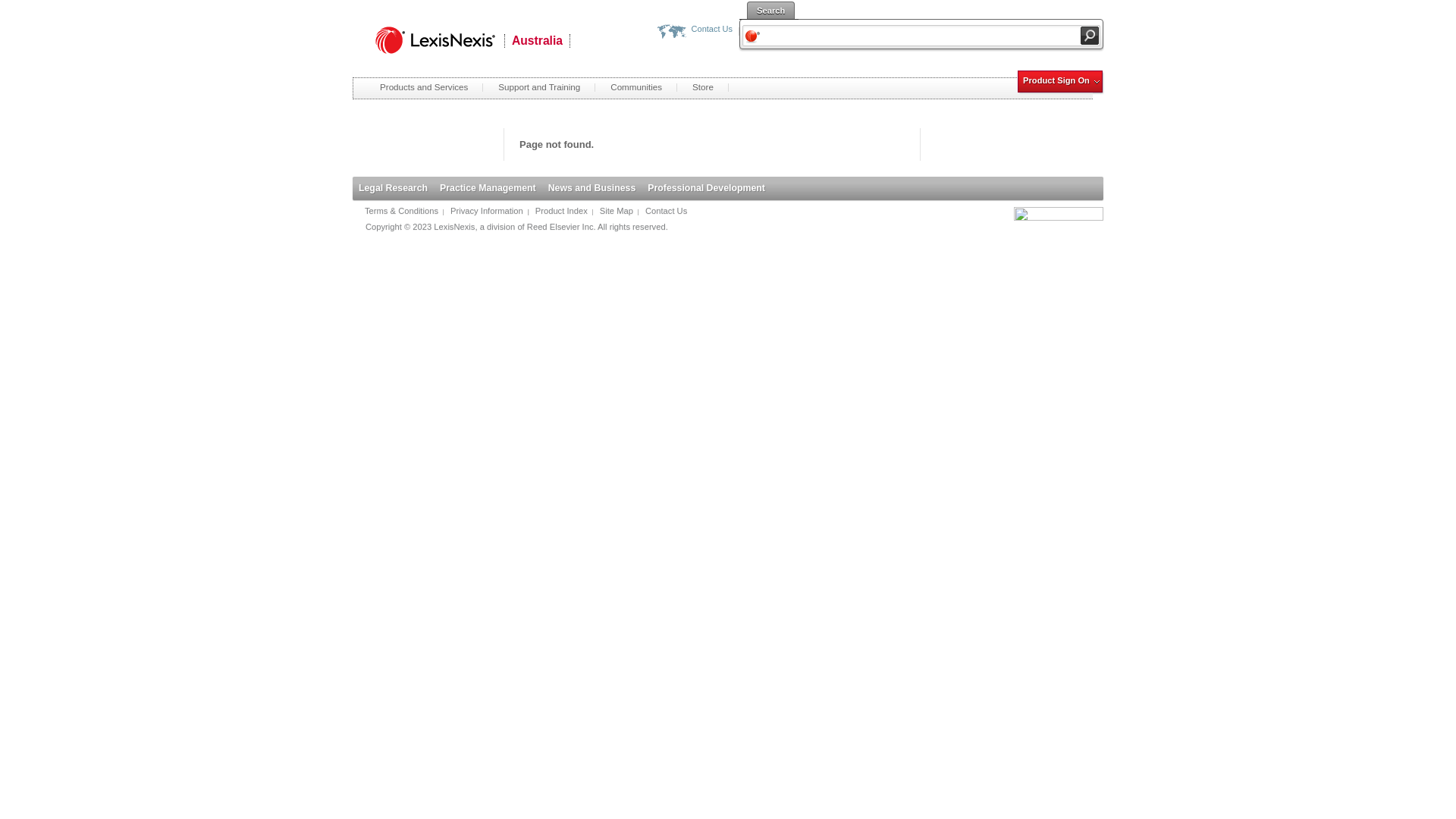  What do you see at coordinates (694, 29) in the screenshot?
I see `'Contact Us'` at bounding box center [694, 29].